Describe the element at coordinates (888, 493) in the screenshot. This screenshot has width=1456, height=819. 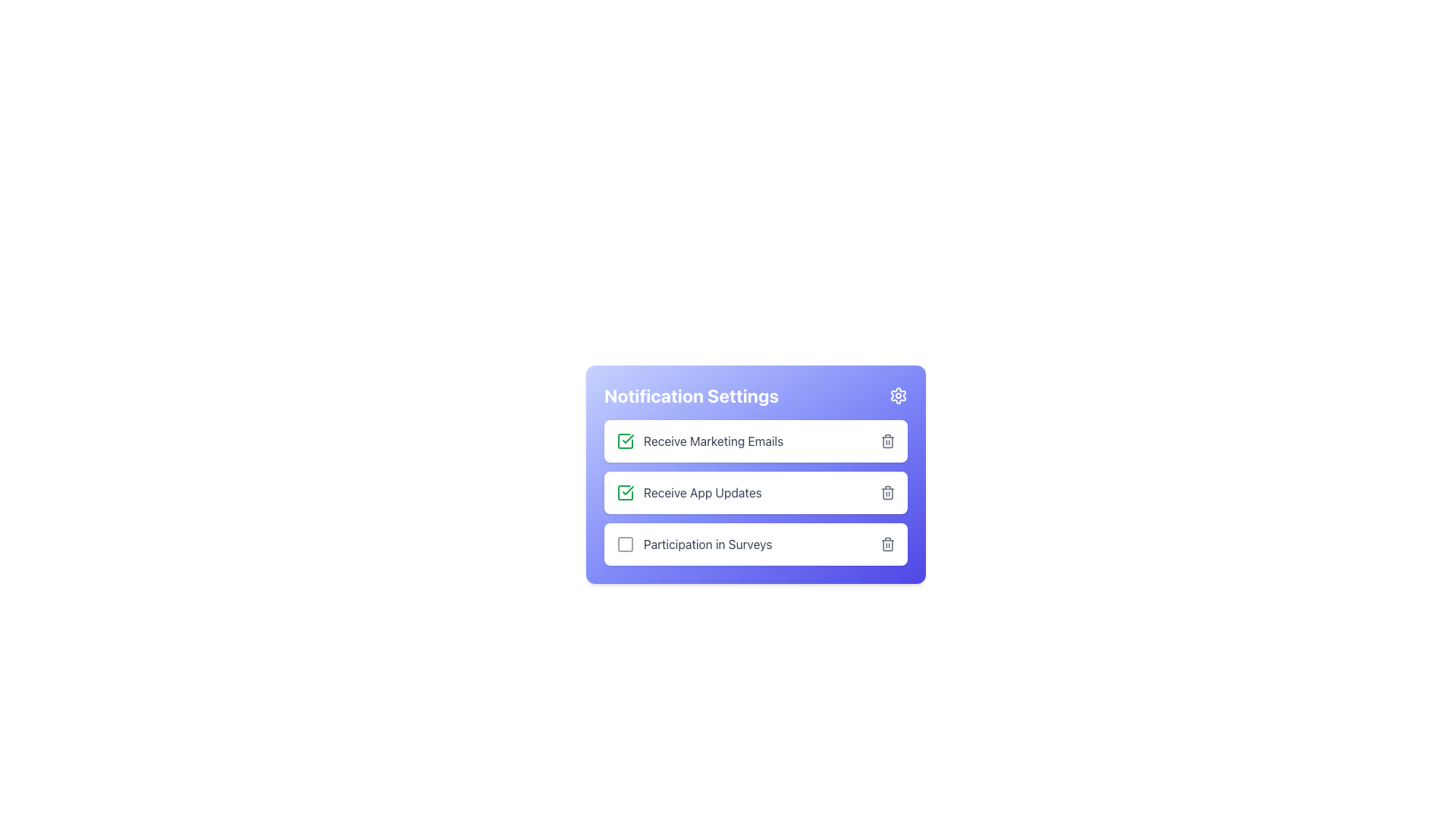
I see `the gray trash icon button styled as a delete button, located in the right part of the 'Receive App Updates' row` at that location.